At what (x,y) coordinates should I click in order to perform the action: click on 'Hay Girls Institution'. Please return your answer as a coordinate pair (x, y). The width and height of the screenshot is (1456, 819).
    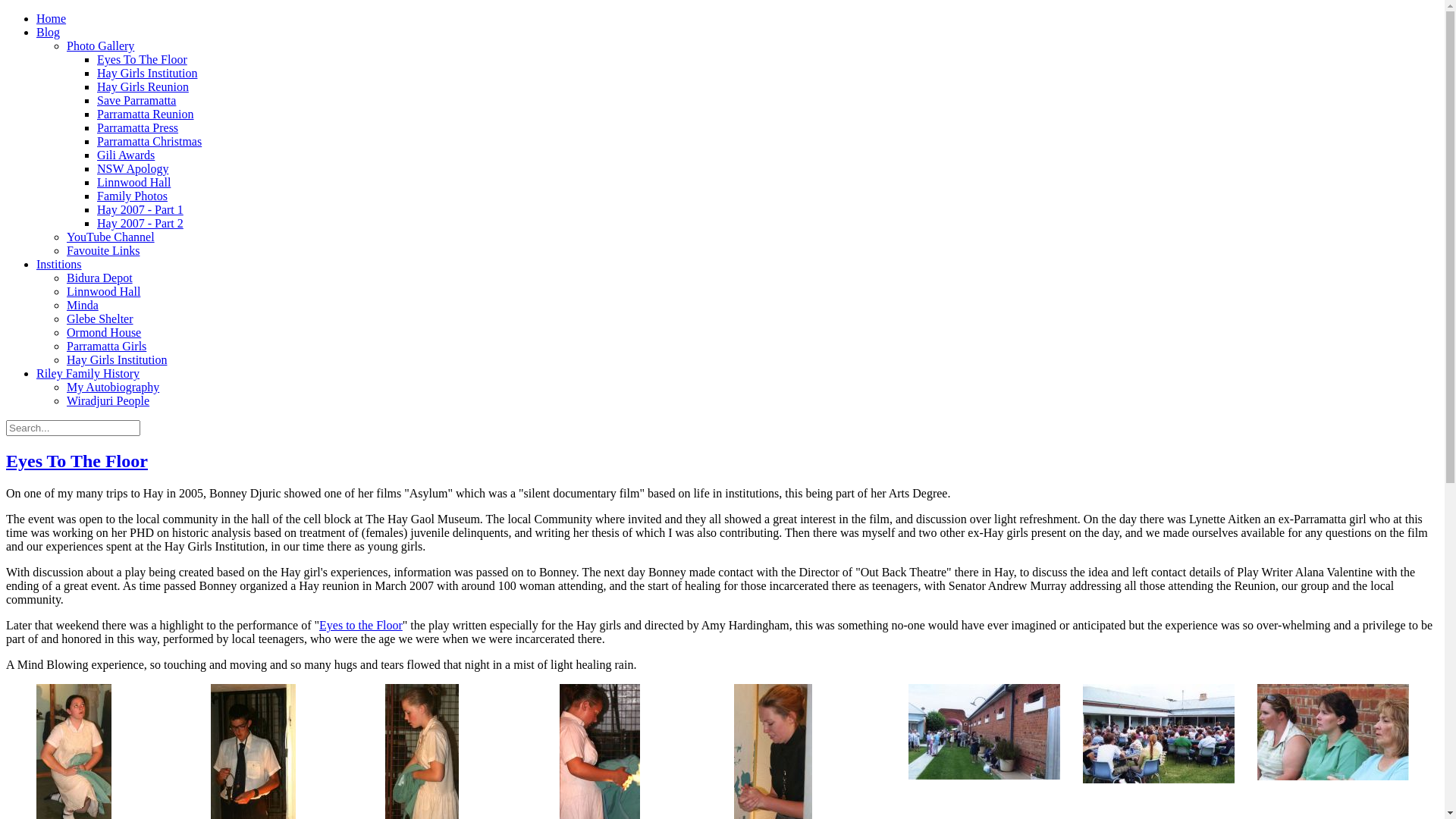
    Looking at the image, I should click on (115, 359).